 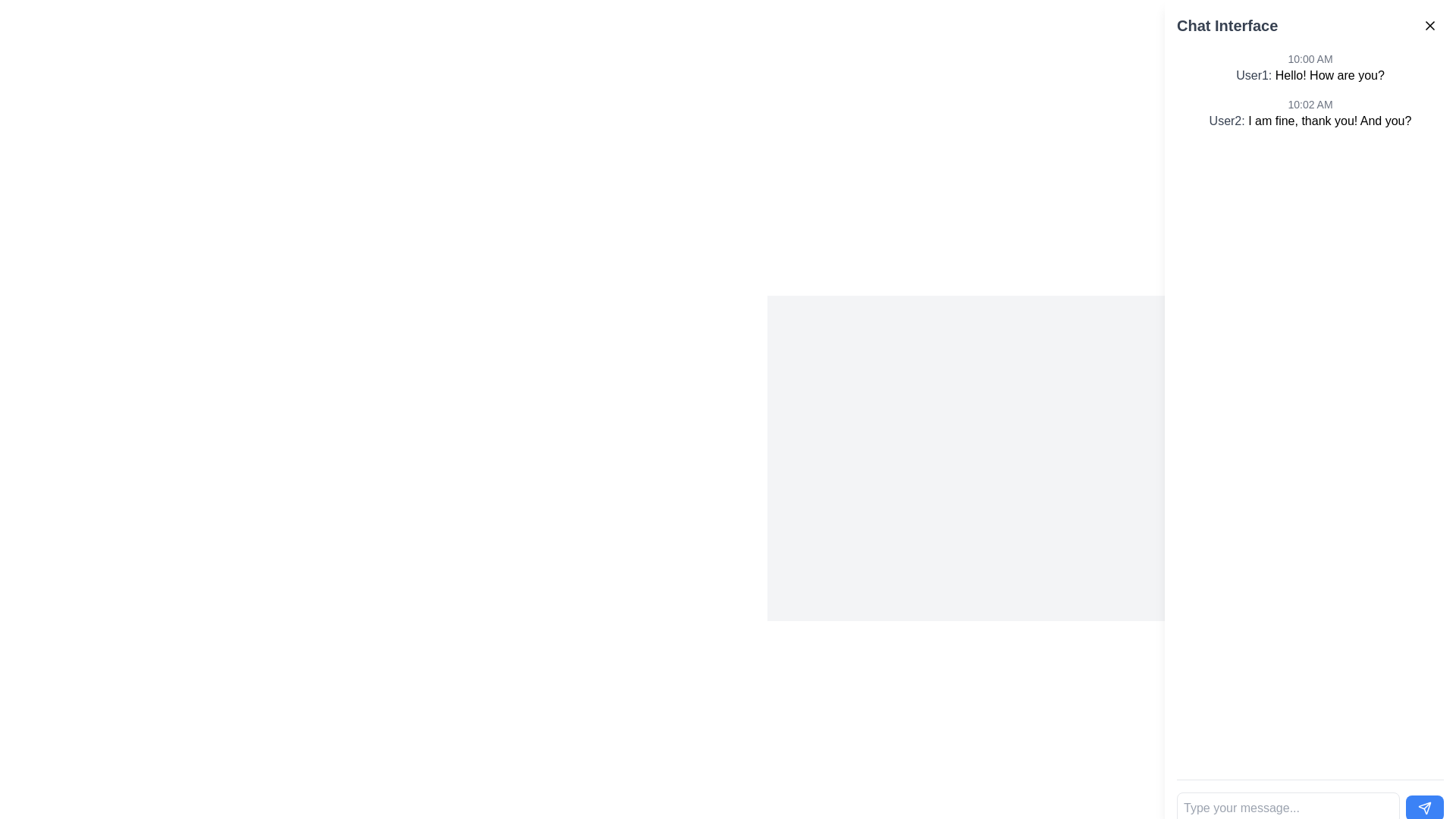 What do you see at coordinates (1310, 120) in the screenshot?
I see `the Text component displaying the user's chat message, which is positioned to the right and below the timestamp '10:02 AM' in the chat interface` at bounding box center [1310, 120].